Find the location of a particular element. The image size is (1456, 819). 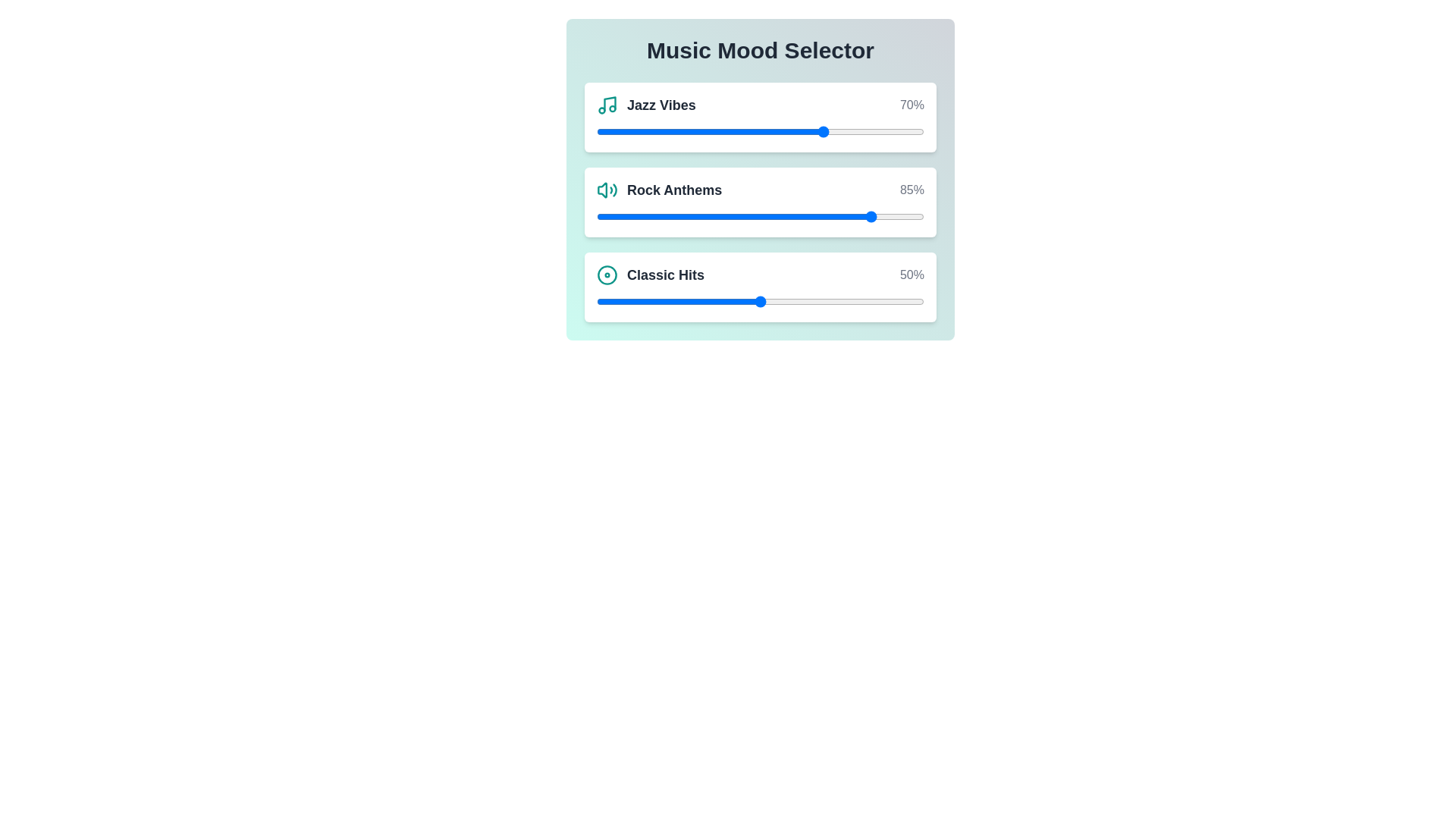

the intensity of the 'Jazz Vibes' track to 2% by moving the slider is located at coordinates (602, 130).